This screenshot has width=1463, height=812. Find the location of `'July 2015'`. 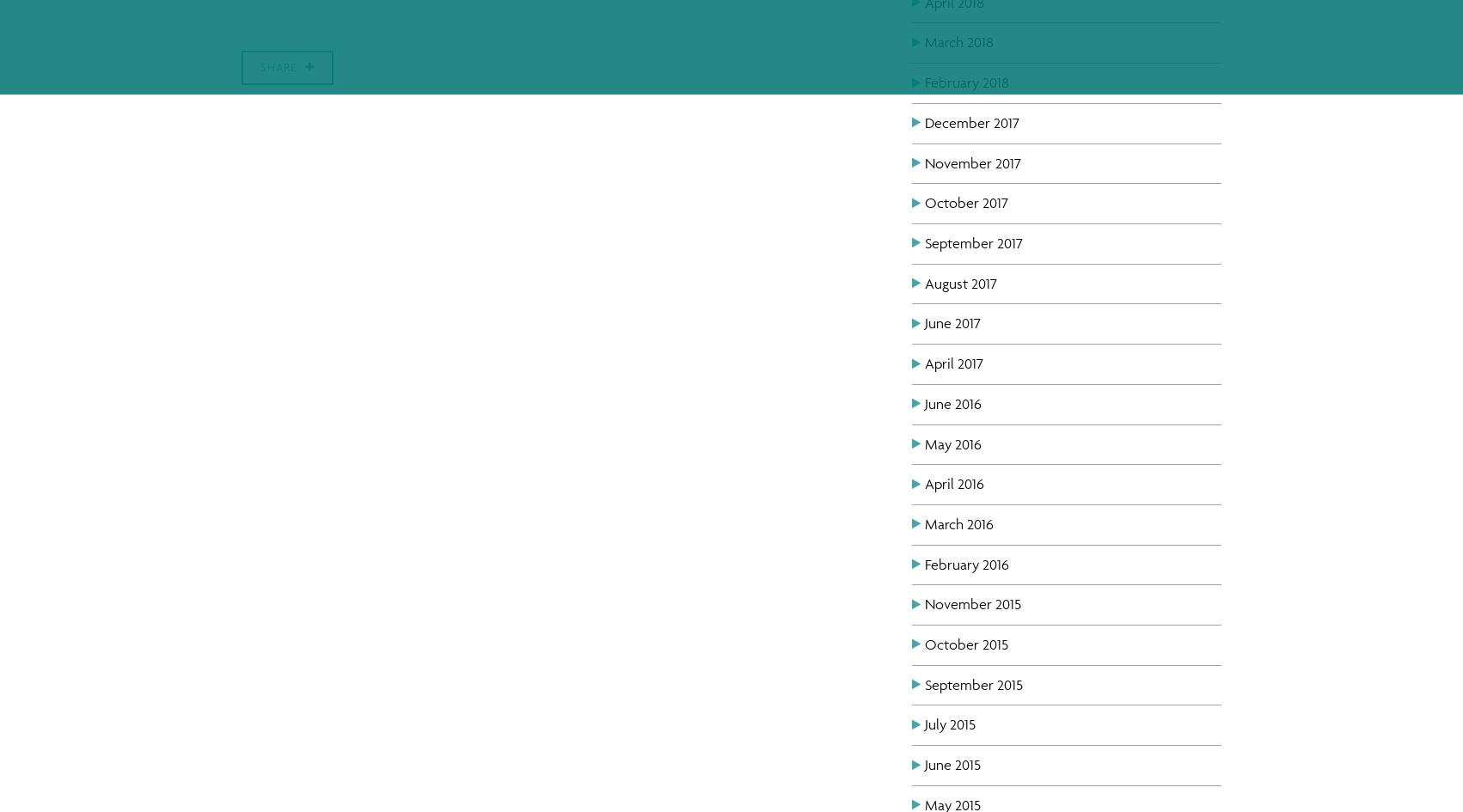

'July 2015' is located at coordinates (949, 724).